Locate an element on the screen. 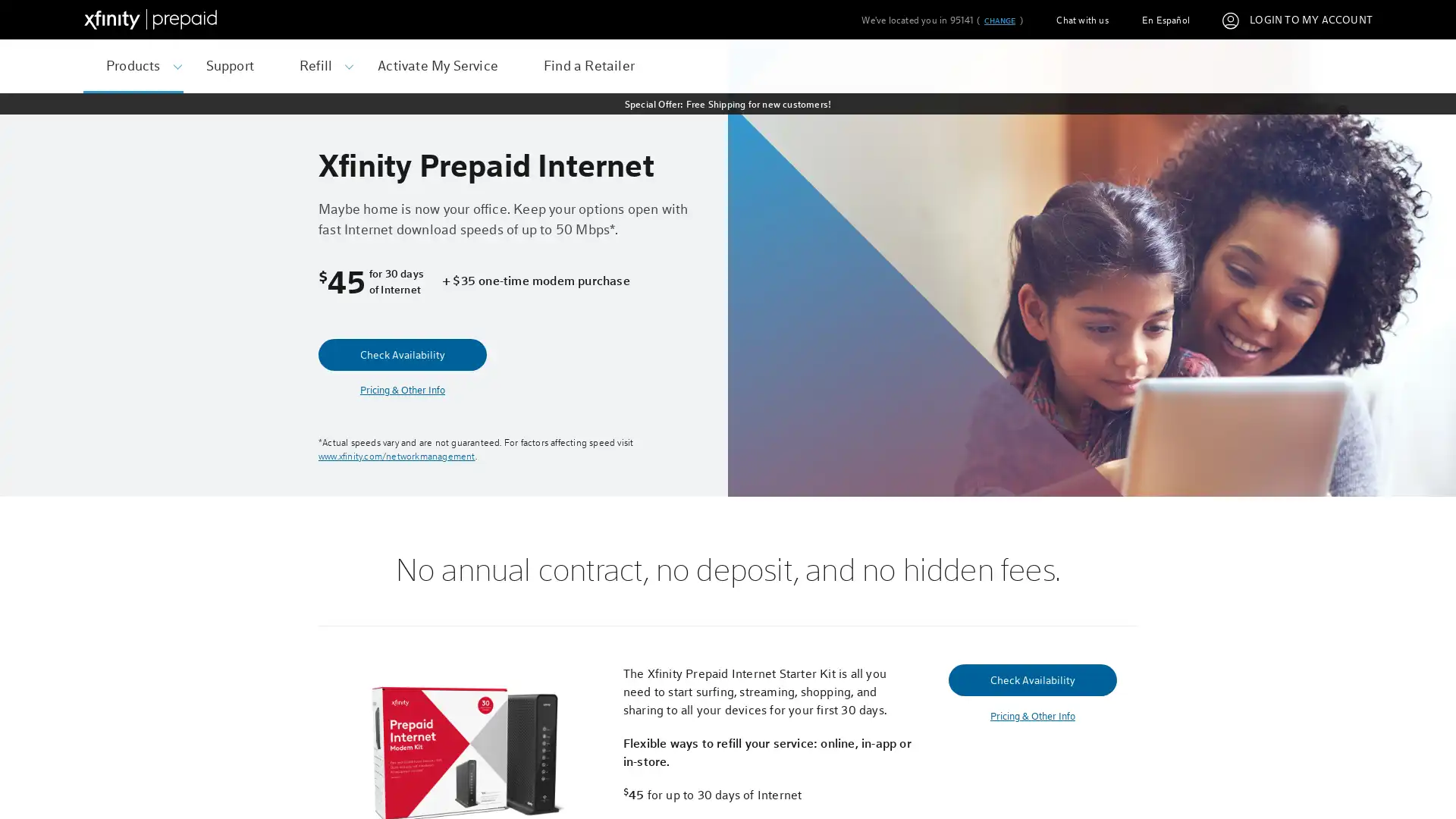 This screenshot has width=1456, height=819. Close this dialog window is located at coordinates (1015, 352).